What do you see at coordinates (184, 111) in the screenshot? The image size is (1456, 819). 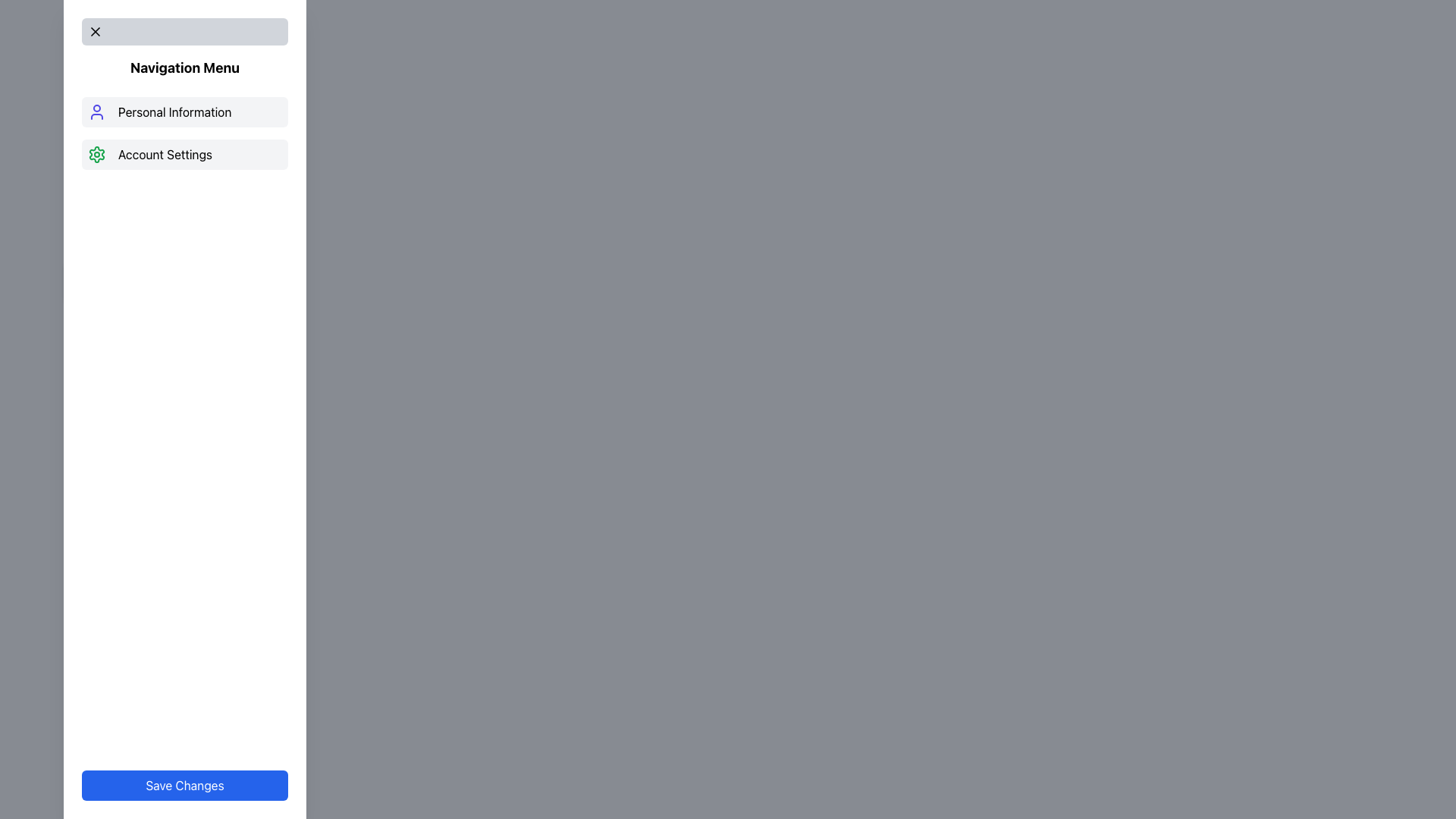 I see `the first list item in the navigation menu labeled 'Personal Information', which features a user icon in indigo and text in black` at bounding box center [184, 111].